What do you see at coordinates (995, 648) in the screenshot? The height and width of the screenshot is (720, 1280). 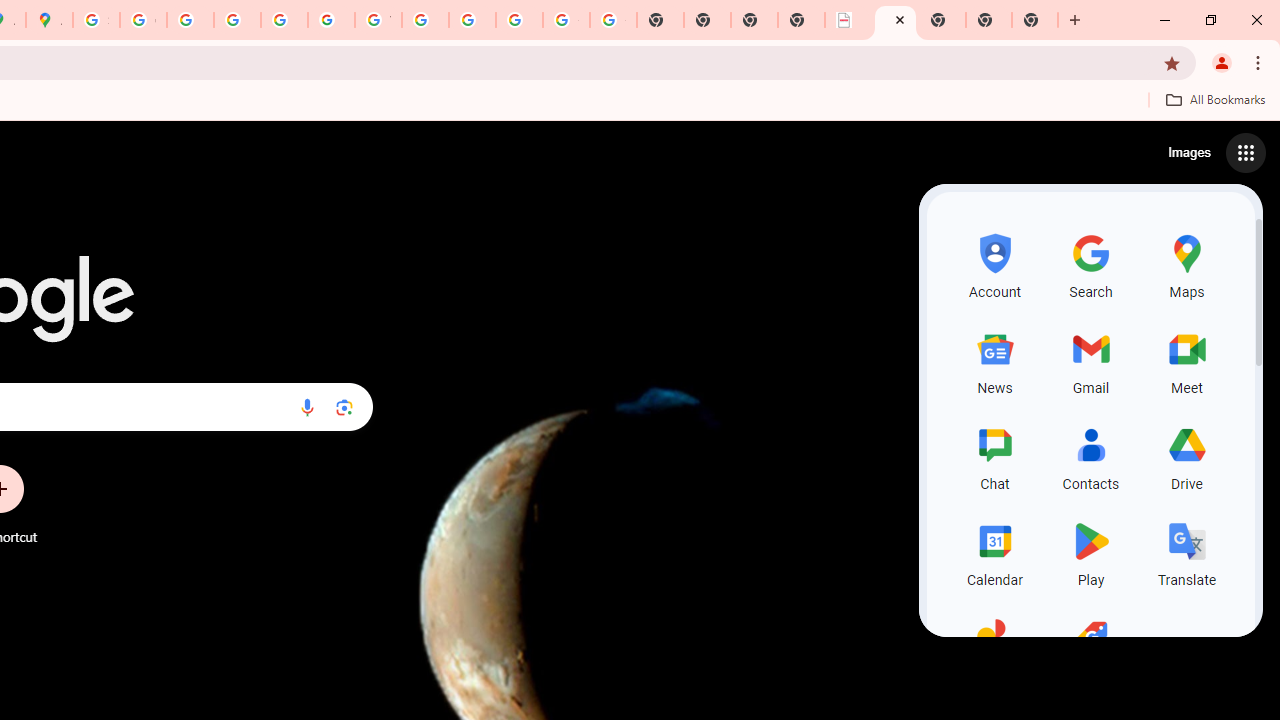 I see `'Photos, row 5 of 5 and column 1 of 3 in the first section'` at bounding box center [995, 648].